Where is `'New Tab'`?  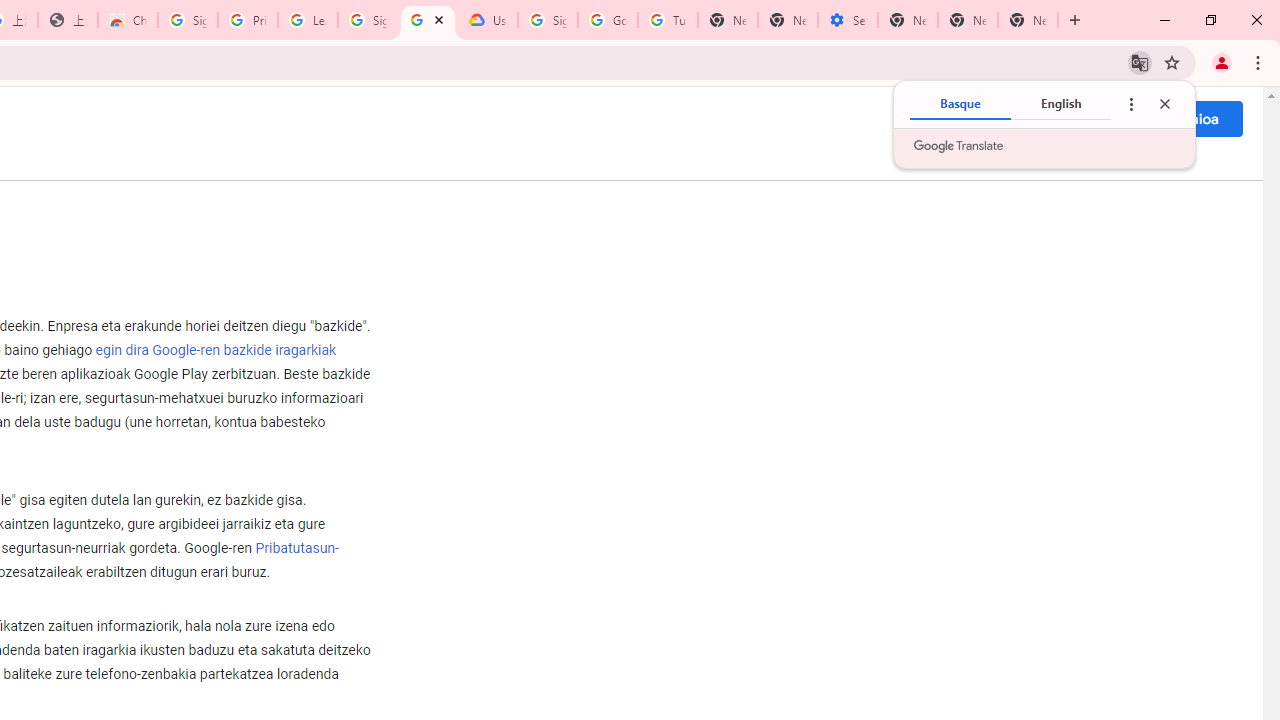 'New Tab' is located at coordinates (1028, 20).